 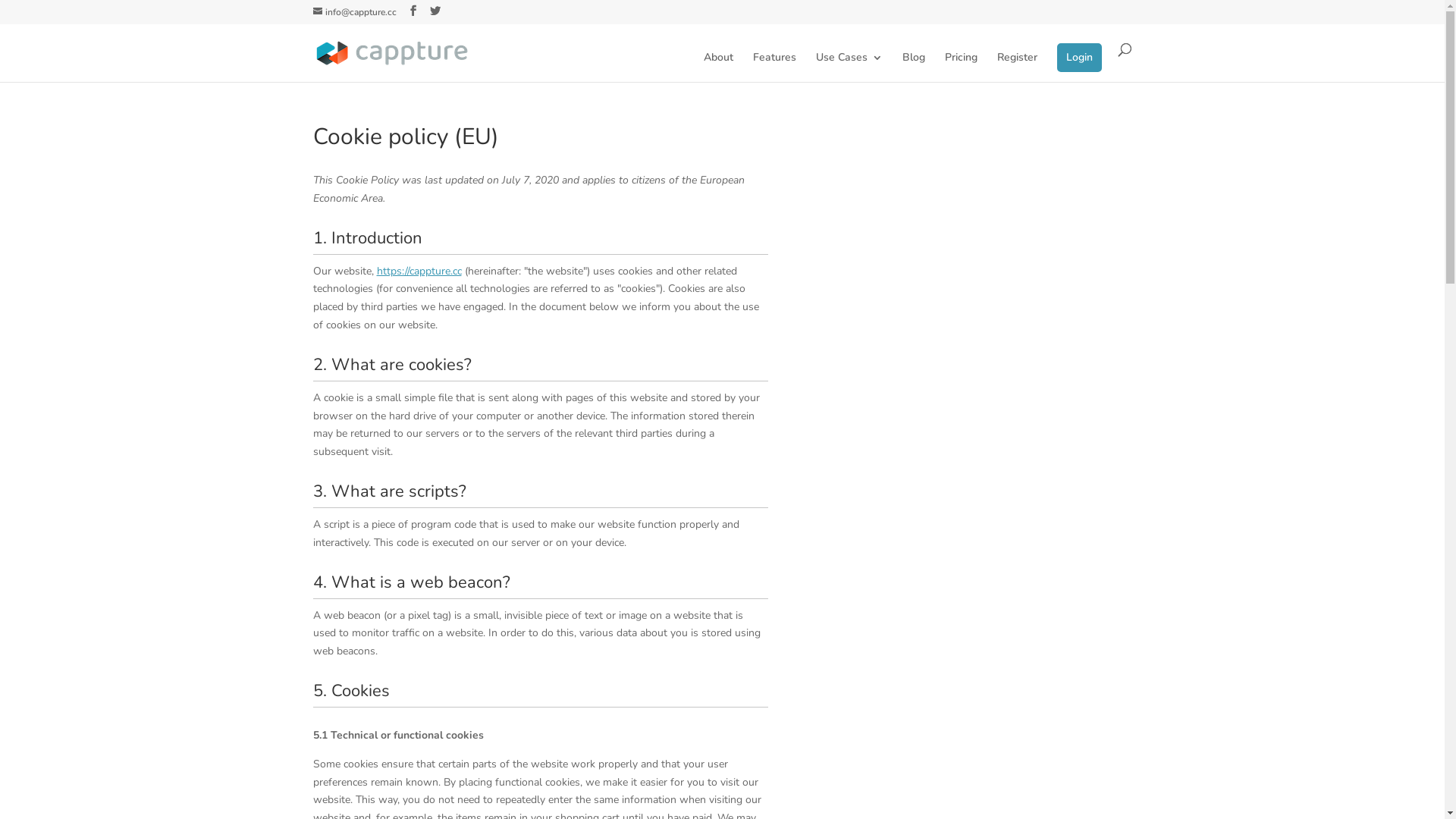 What do you see at coordinates (702, 66) in the screenshot?
I see `'About'` at bounding box center [702, 66].